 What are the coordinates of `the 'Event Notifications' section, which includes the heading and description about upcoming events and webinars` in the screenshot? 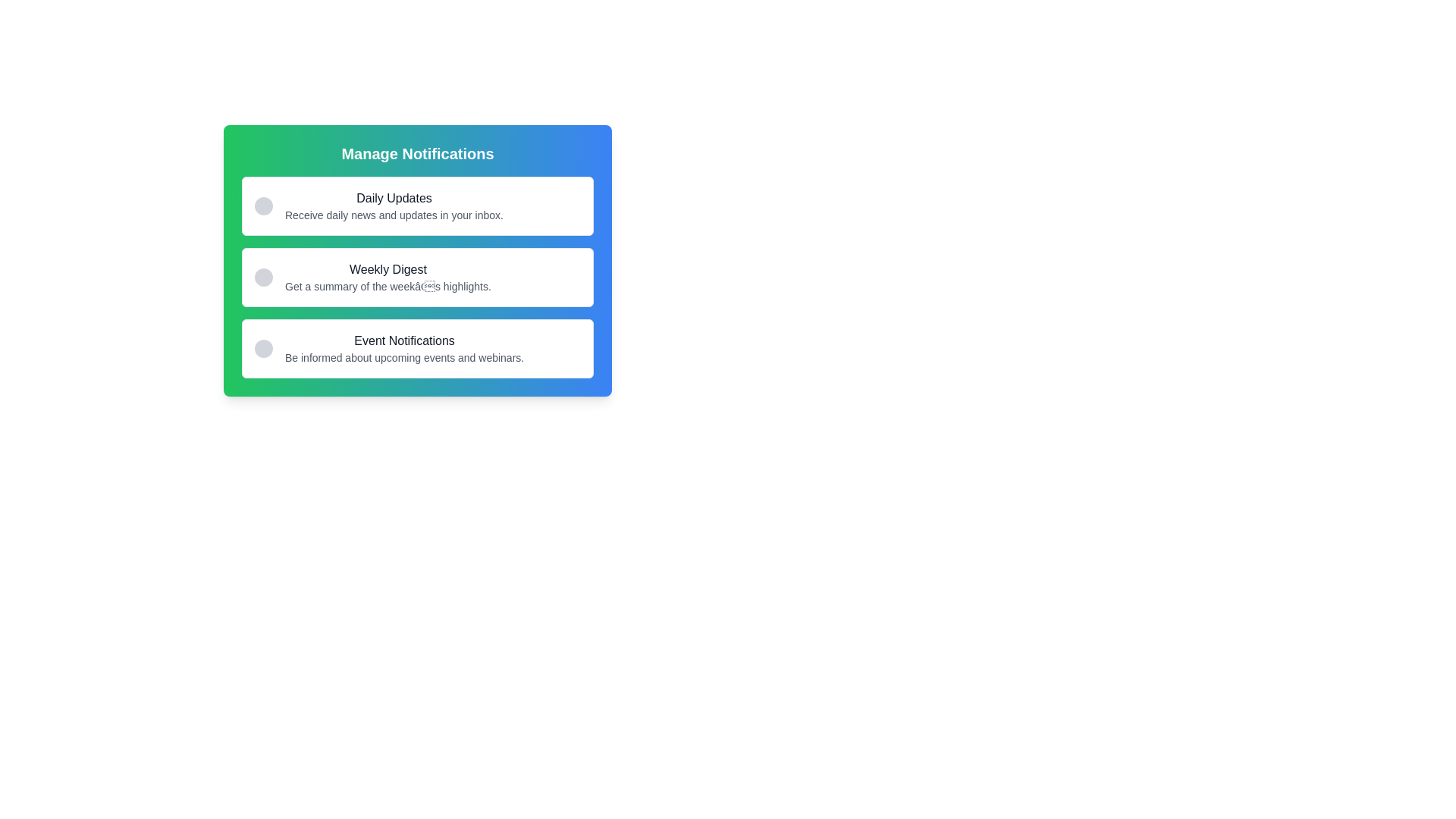 It's located at (404, 348).